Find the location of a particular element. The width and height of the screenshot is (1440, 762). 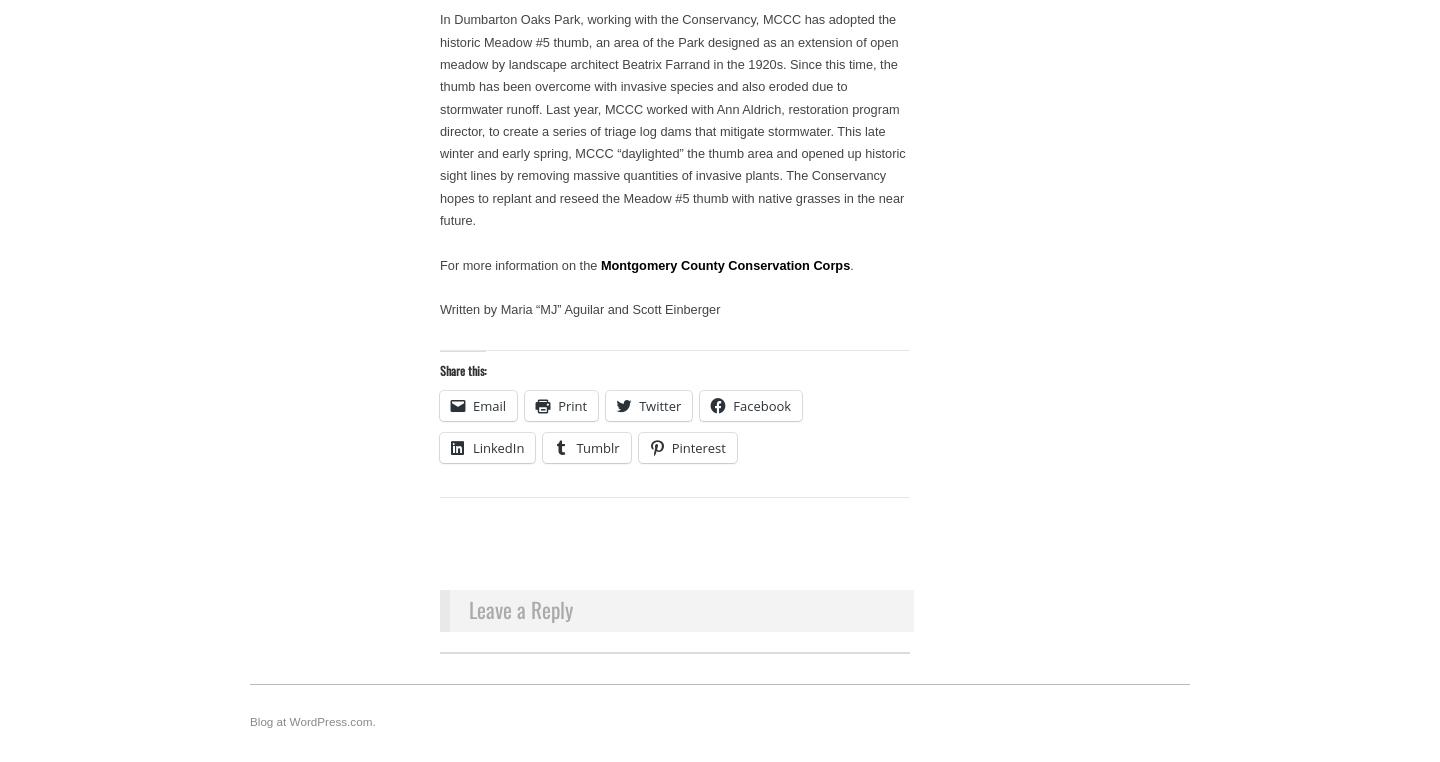

'Leave a Reply' is located at coordinates (519, 608).